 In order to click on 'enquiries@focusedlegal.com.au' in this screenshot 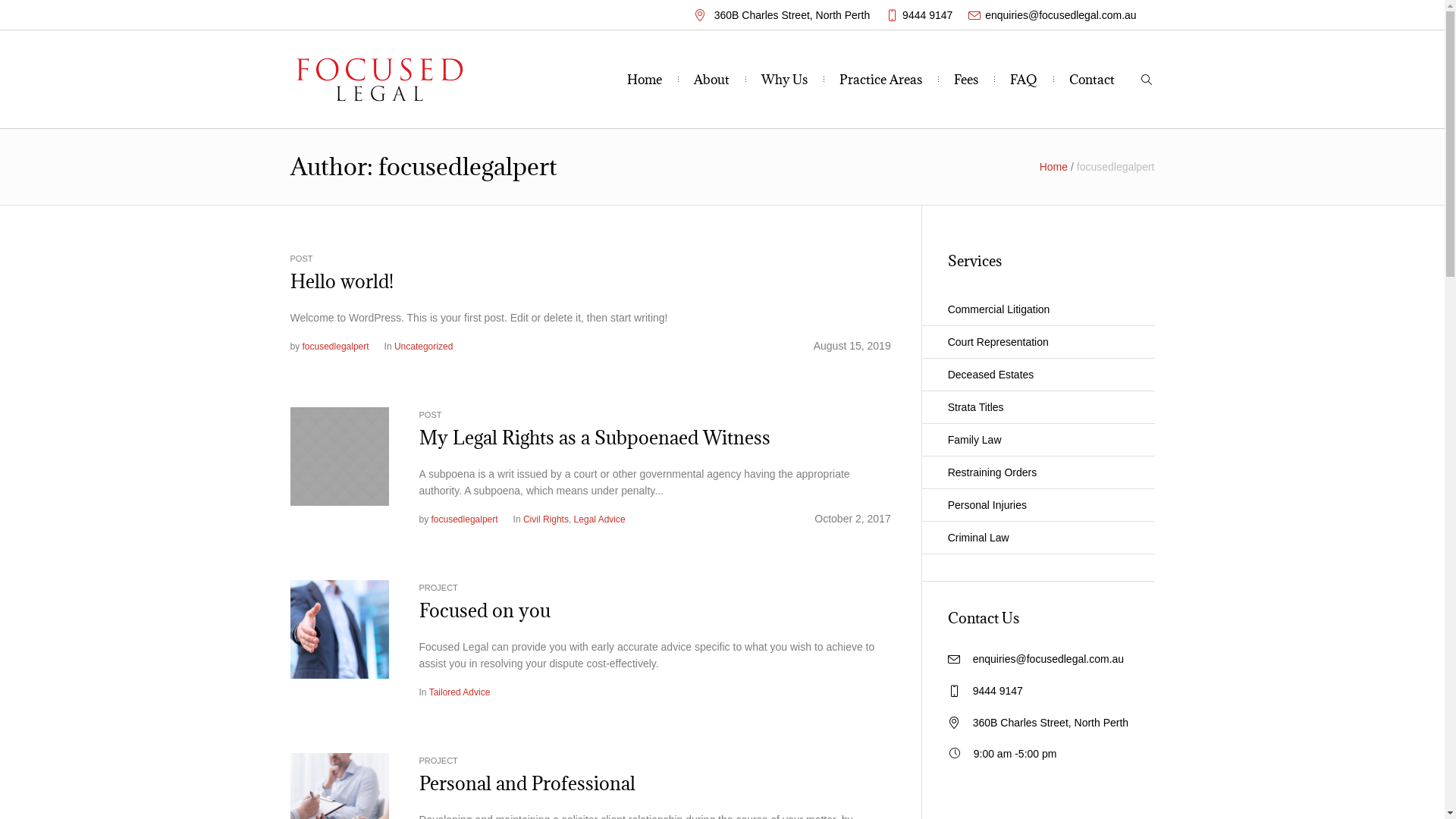, I will do `click(972, 657)`.